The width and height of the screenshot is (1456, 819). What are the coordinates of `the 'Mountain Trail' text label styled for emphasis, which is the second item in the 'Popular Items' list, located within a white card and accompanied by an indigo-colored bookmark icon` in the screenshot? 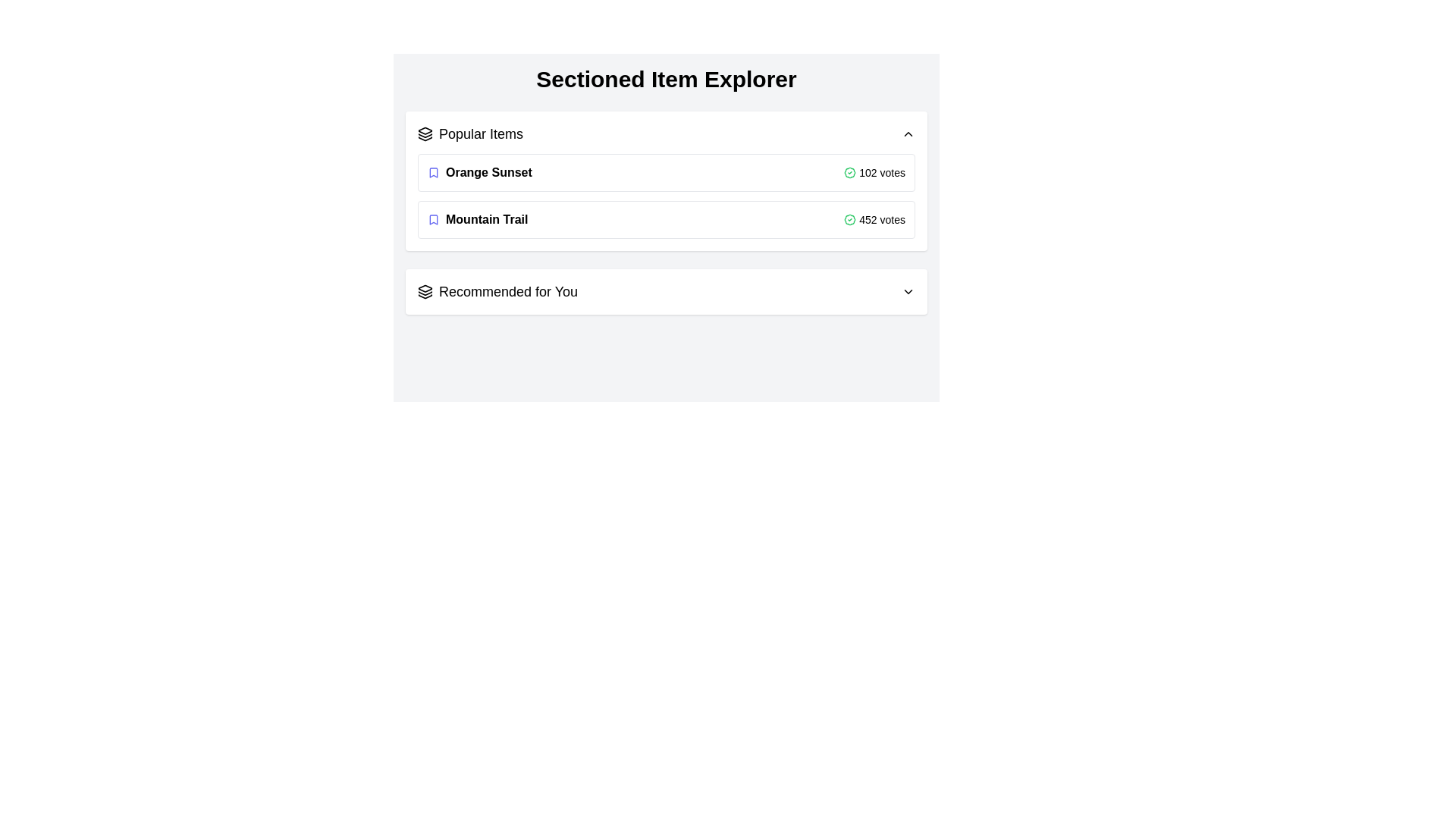 It's located at (487, 219).